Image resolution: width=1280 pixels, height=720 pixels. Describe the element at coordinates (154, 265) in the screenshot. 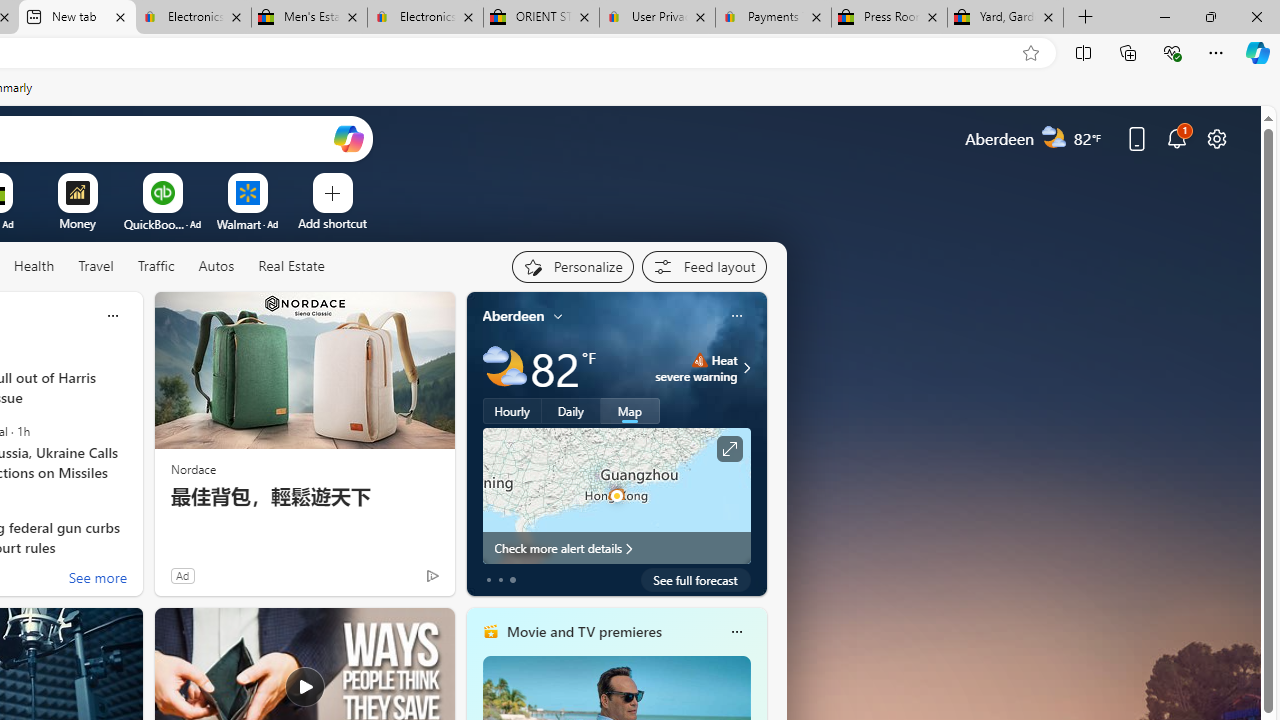

I see `'Traffic'` at that location.